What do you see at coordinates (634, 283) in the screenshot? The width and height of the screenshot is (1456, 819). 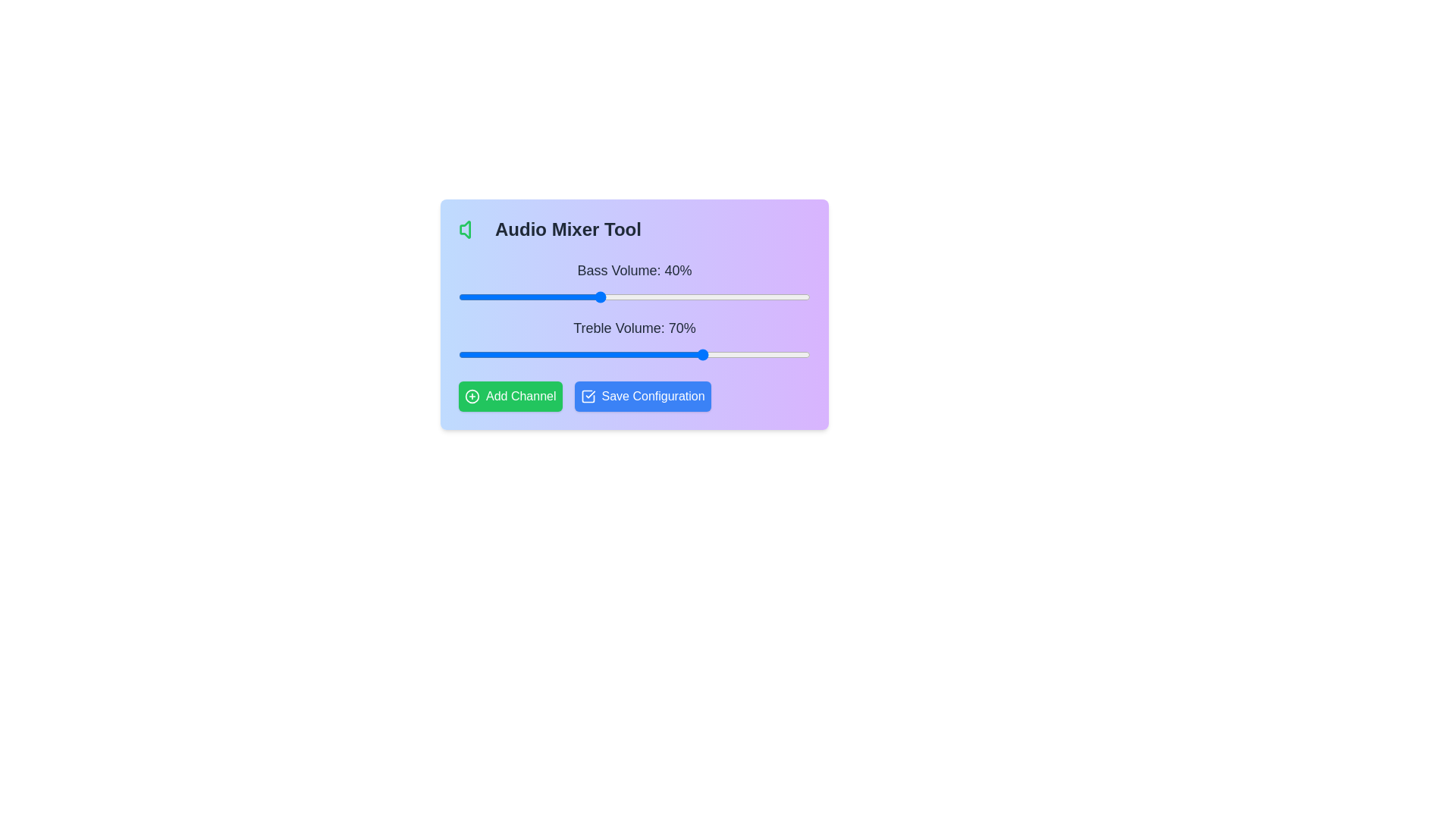 I see `the Volume slider control which is currently set at 40%, located above the Treble Volume slider` at bounding box center [634, 283].